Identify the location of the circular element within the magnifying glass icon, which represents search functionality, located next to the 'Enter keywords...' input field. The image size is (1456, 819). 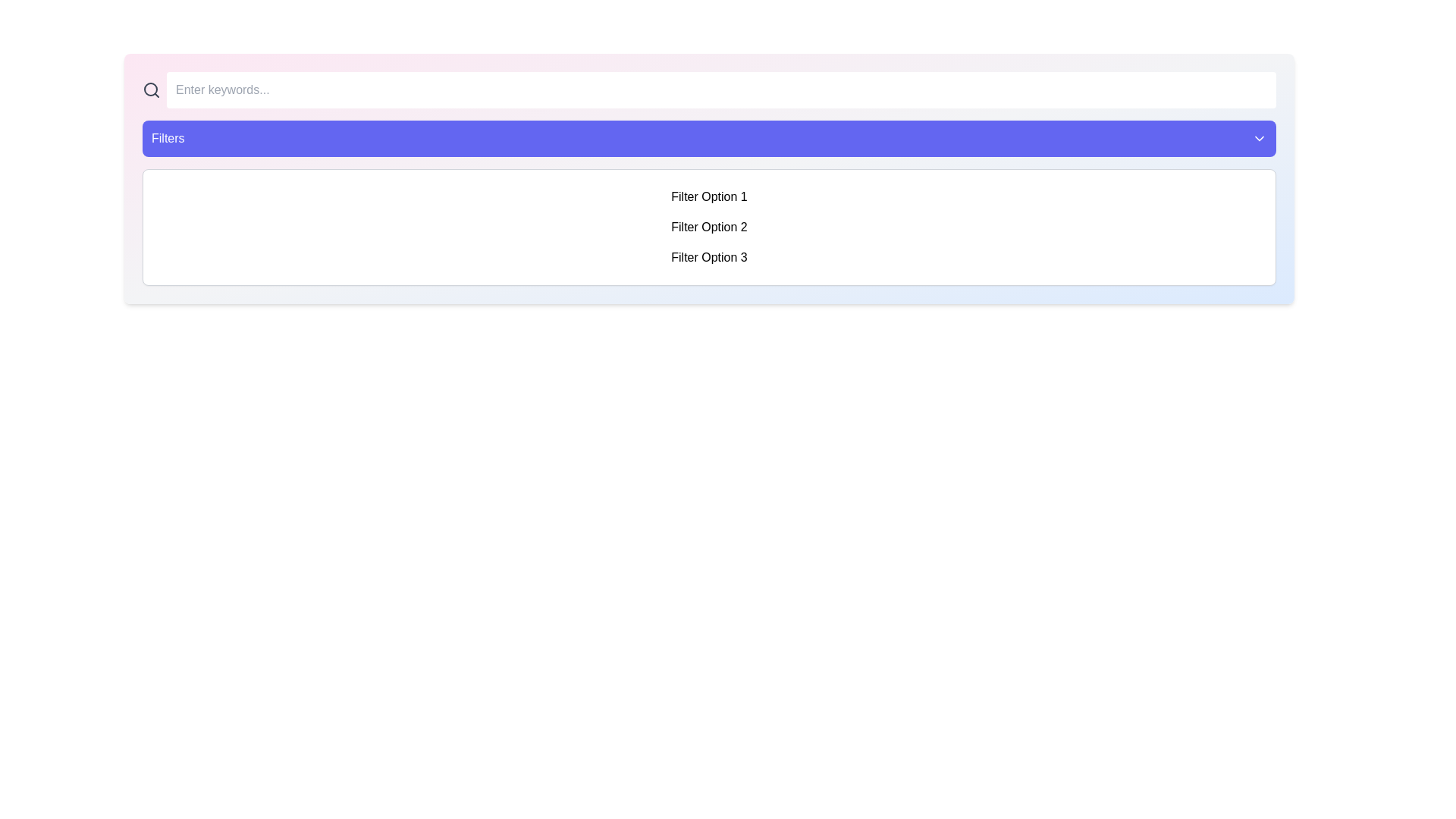
(150, 89).